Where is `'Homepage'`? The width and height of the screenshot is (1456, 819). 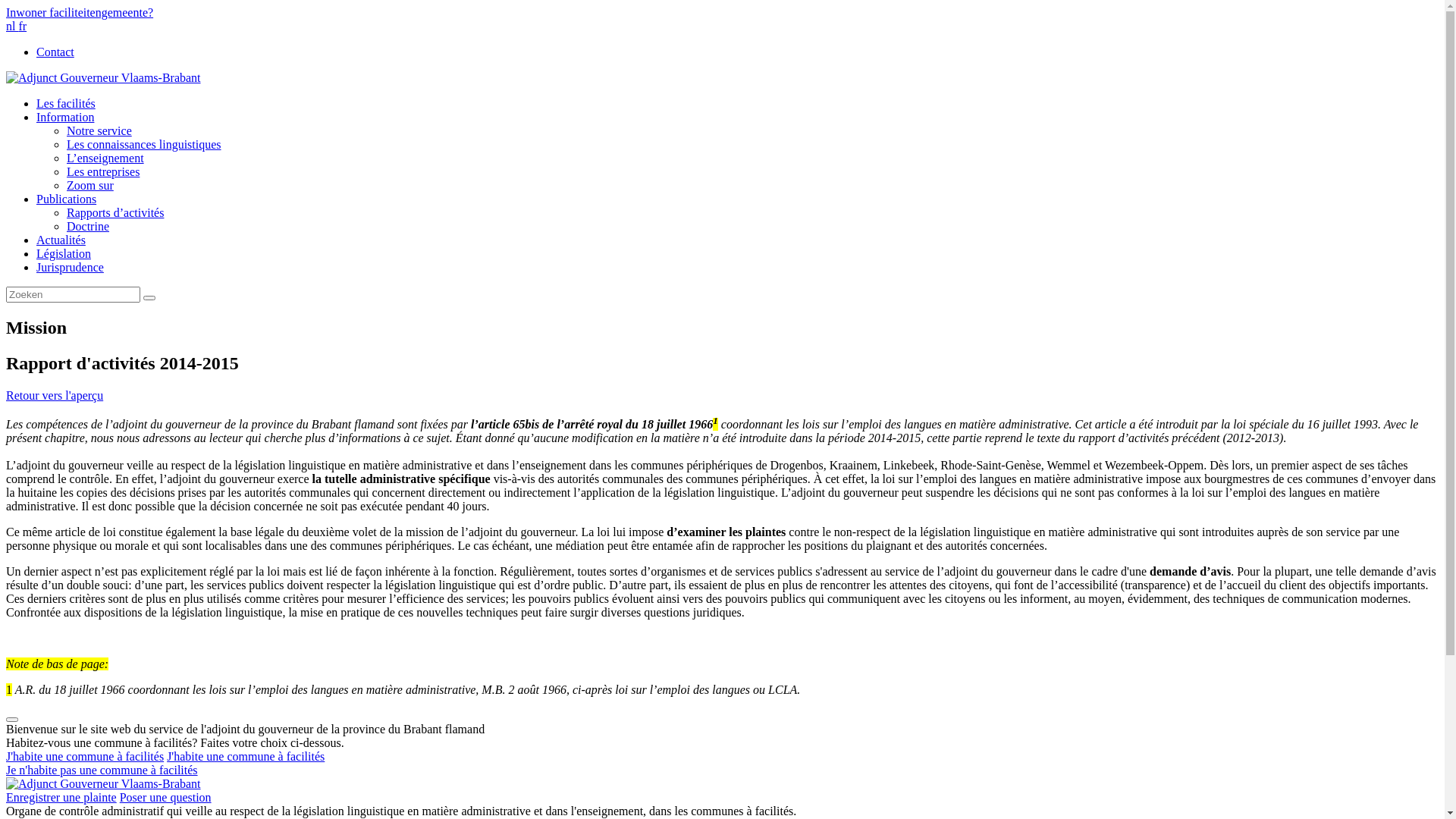 'Homepage' is located at coordinates (102, 783).